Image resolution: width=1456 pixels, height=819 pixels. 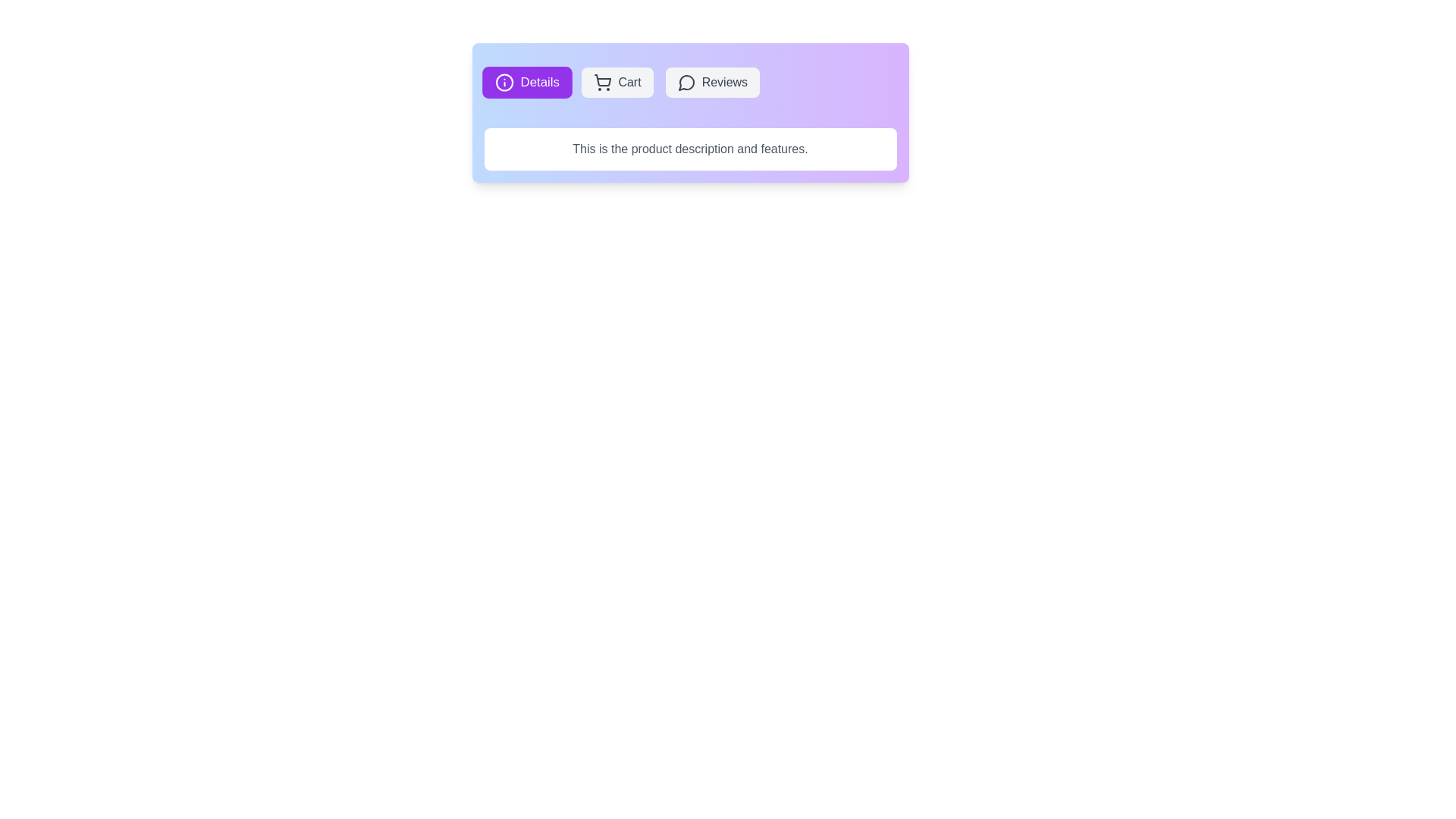 What do you see at coordinates (527, 82) in the screenshot?
I see `the Details tab to view its content` at bounding box center [527, 82].